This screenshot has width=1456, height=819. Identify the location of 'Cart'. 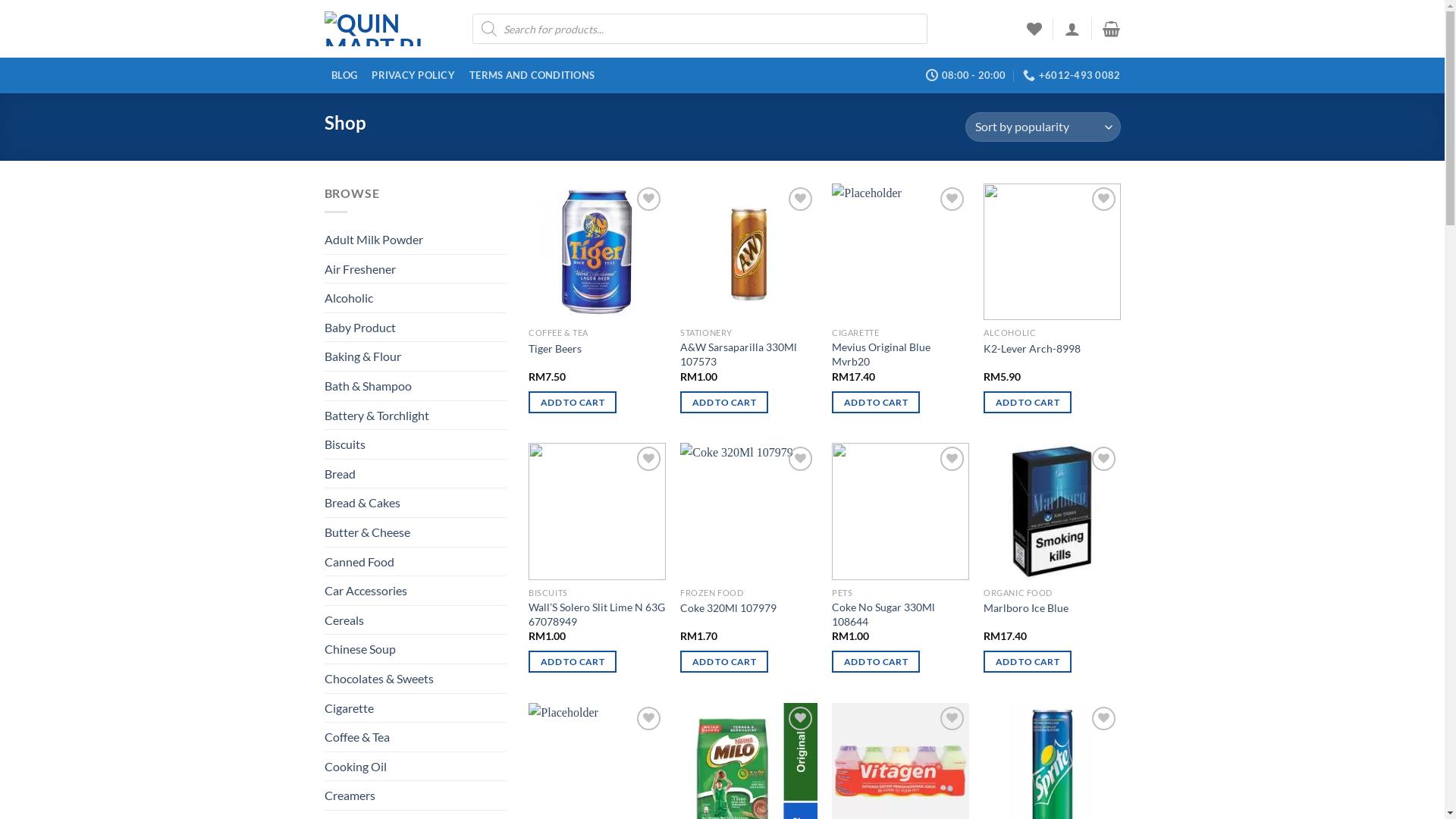
(1111, 29).